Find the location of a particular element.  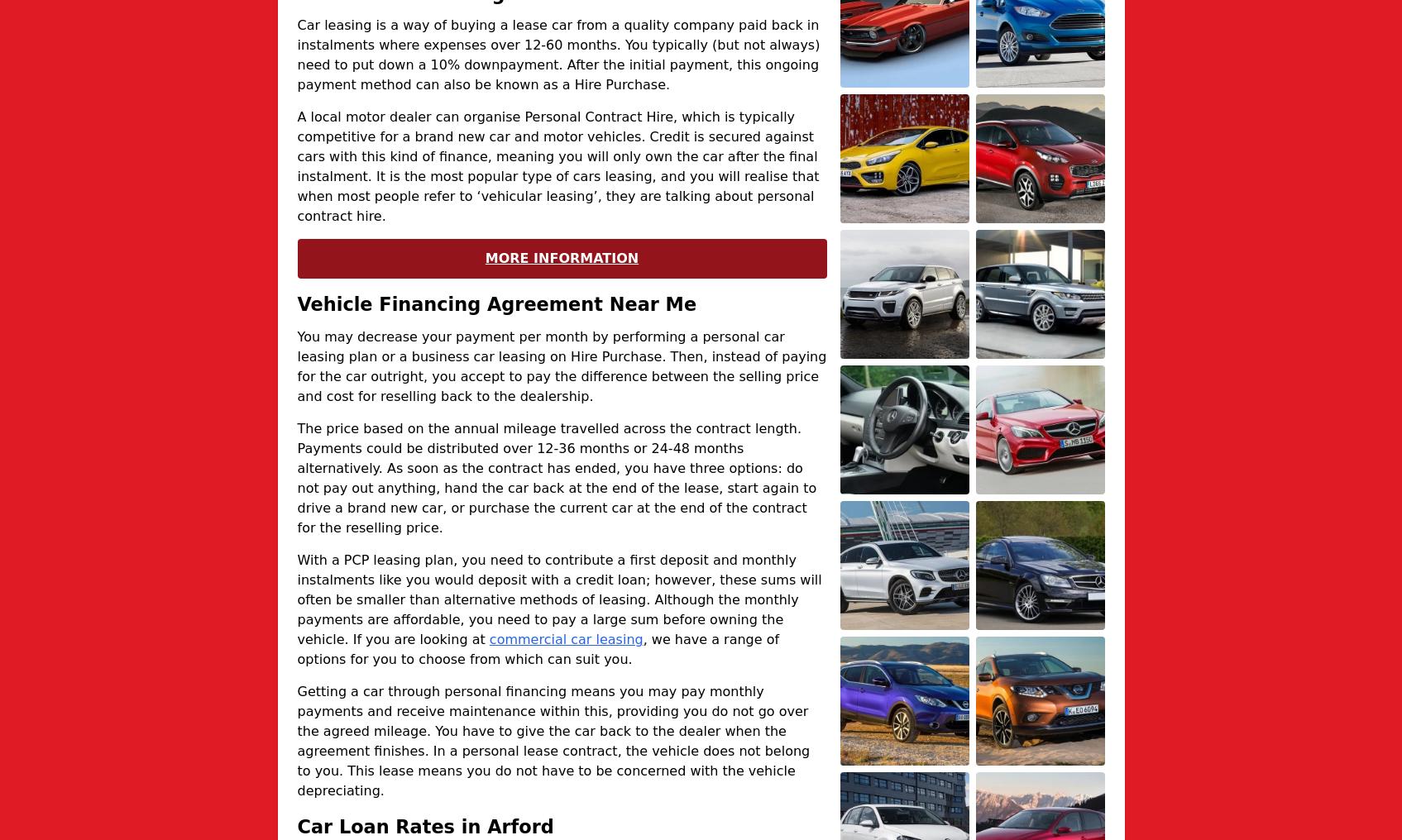

'Car leasing is a way of buying a lease car from a quality company paid back in instalments where expenses over 12-60 months. You typically (but not always) need to put down a 10% downpayment. After the initial payment, this ongoing payment method can also be known as a Hire Purchase.' is located at coordinates (296, 55).